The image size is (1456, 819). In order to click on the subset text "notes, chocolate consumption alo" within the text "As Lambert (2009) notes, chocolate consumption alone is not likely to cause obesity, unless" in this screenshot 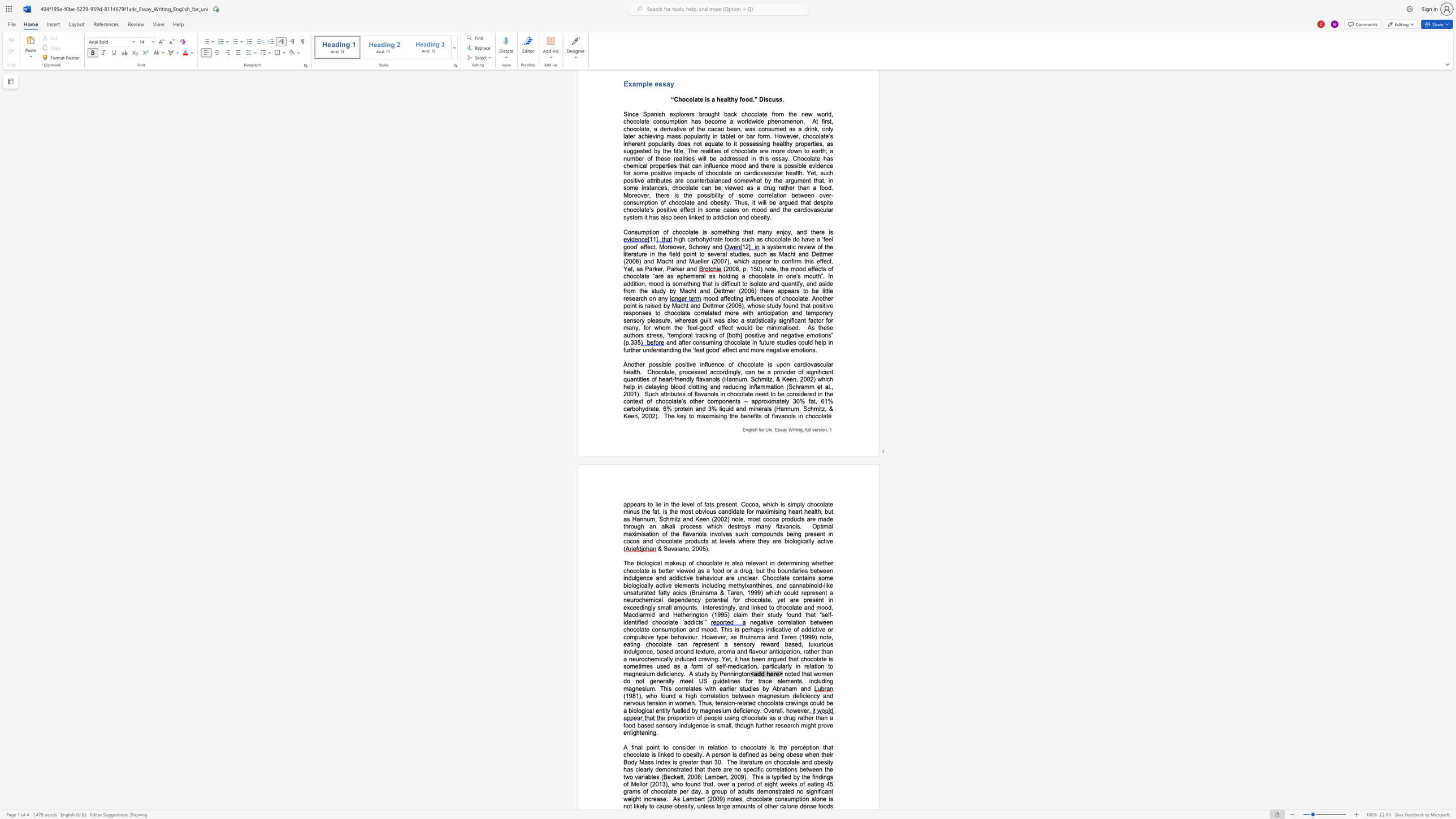, I will do `click(726, 798)`.